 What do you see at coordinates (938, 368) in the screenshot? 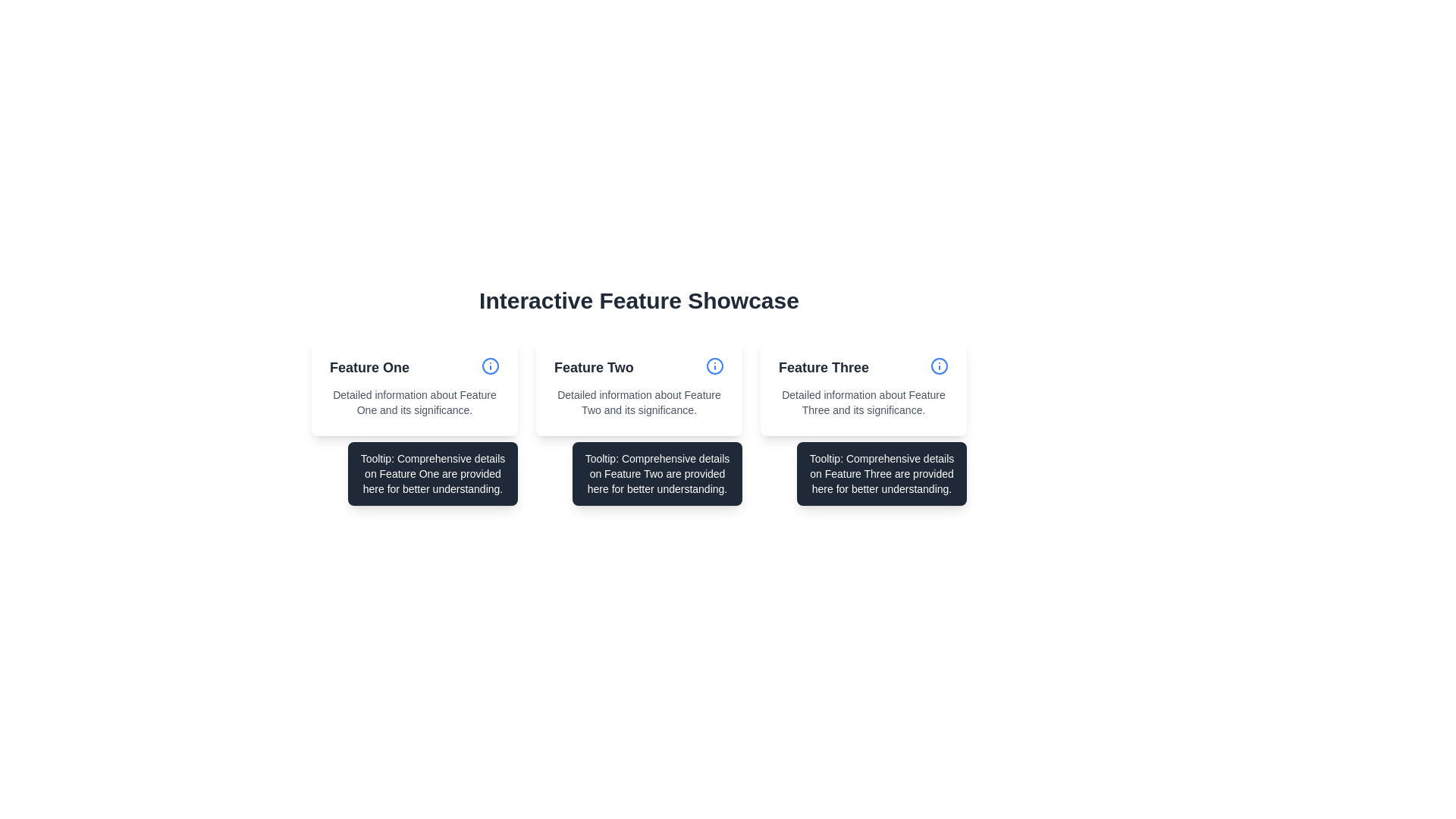
I see `the informational icon, a blue circle with a smaller dot inside, located in the top-right corner of the 'Feature Three' card` at bounding box center [938, 368].